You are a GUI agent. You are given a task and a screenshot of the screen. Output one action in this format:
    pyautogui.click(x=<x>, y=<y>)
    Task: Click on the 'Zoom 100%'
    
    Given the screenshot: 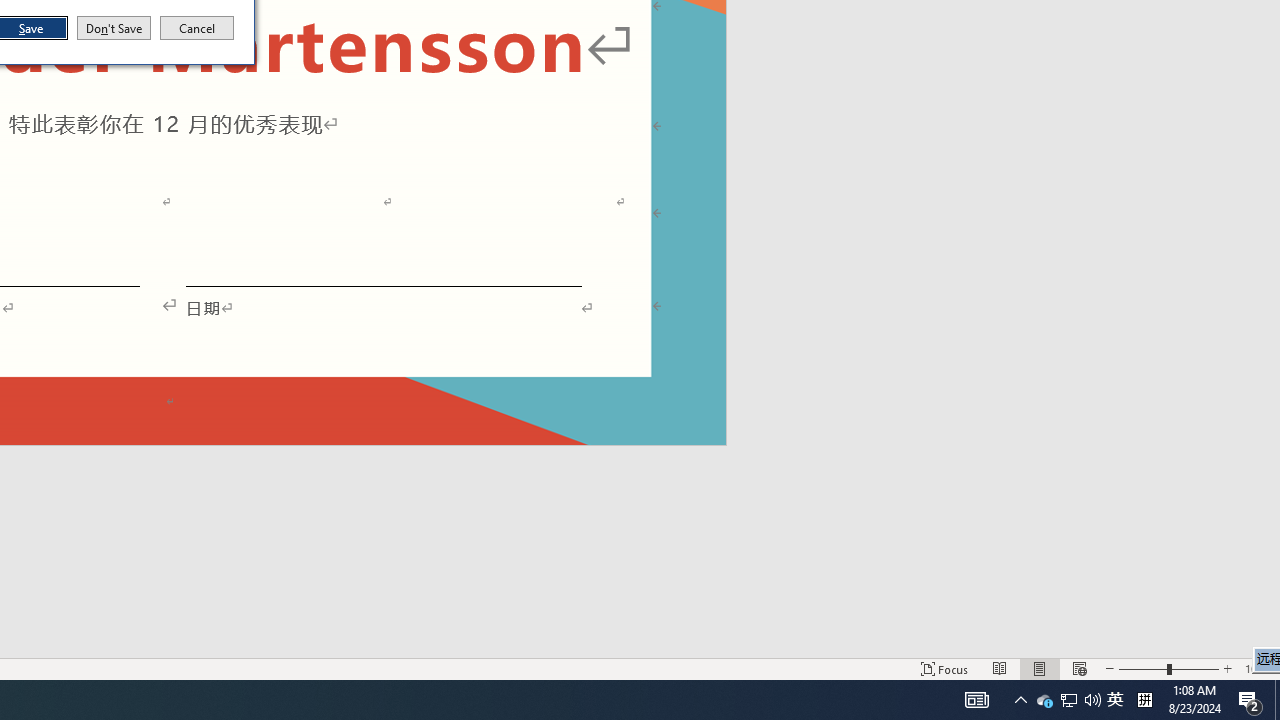 What is the action you would take?
    pyautogui.click(x=1257, y=669)
    